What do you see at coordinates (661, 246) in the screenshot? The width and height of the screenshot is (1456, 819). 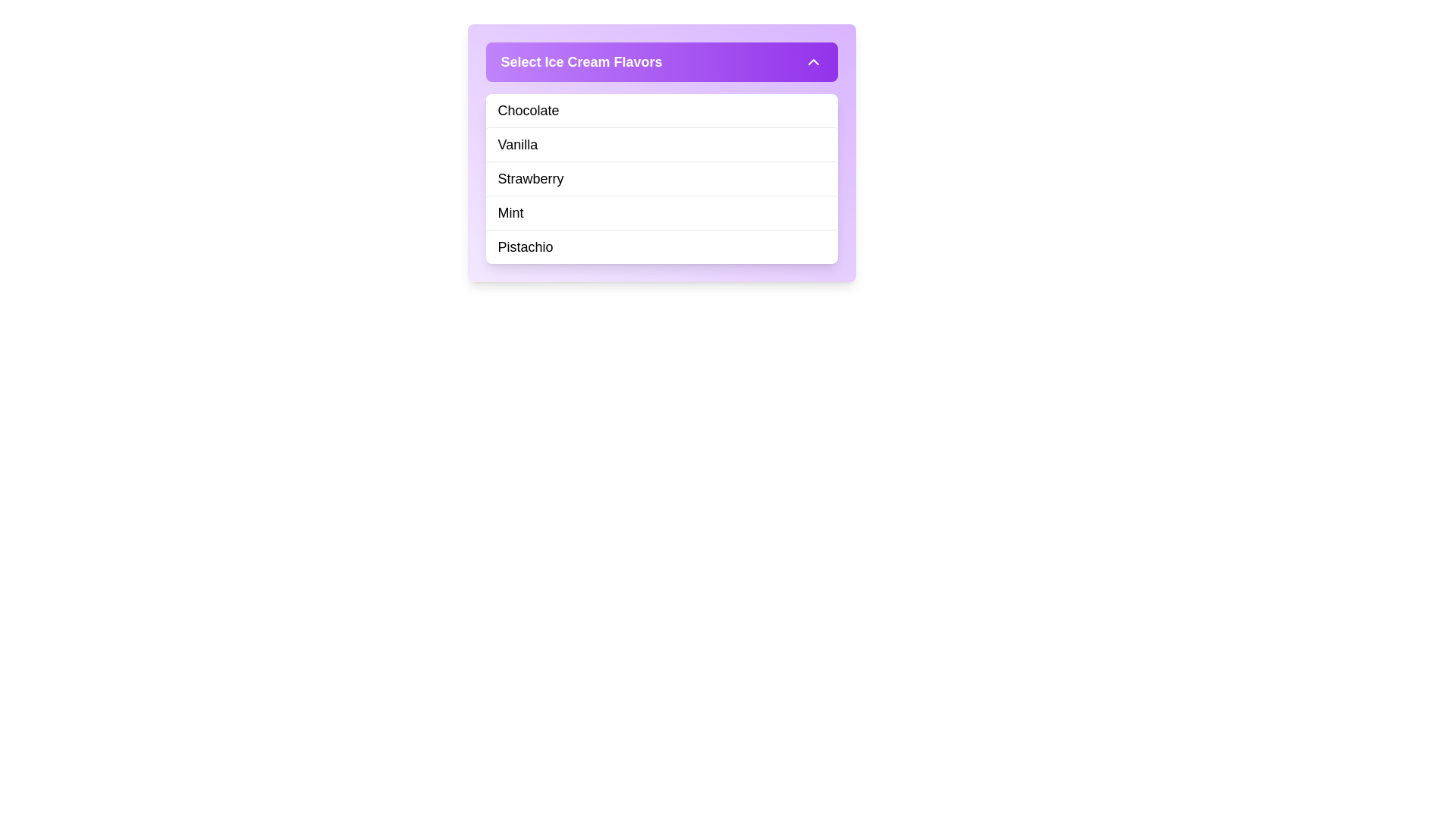 I see `the menu item labeled 'Pistachio' which is the fifth item in the dropdown menu` at bounding box center [661, 246].